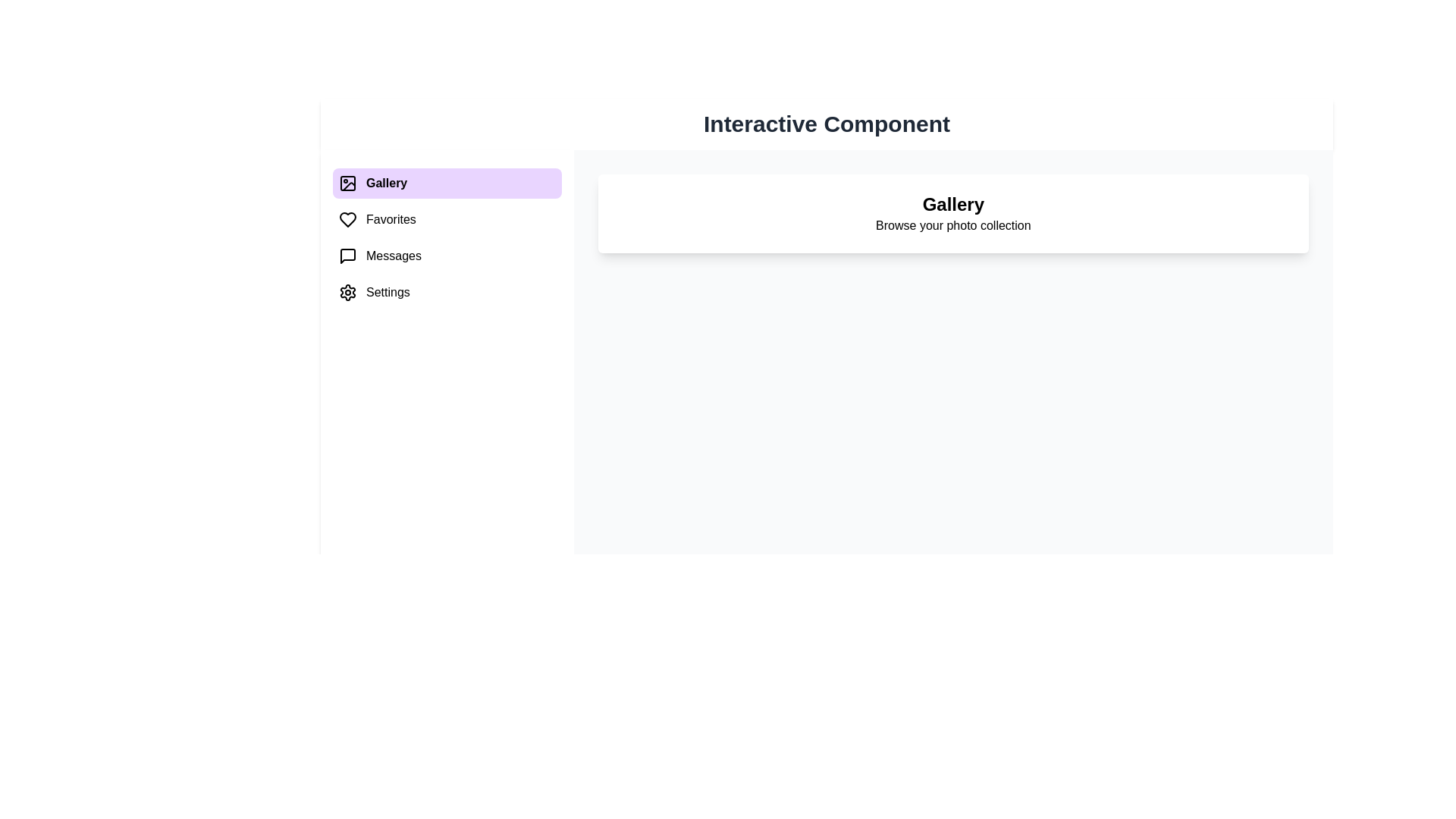 The height and width of the screenshot is (819, 1456). I want to click on the menu item Settings to switch the content area, so click(446, 292).